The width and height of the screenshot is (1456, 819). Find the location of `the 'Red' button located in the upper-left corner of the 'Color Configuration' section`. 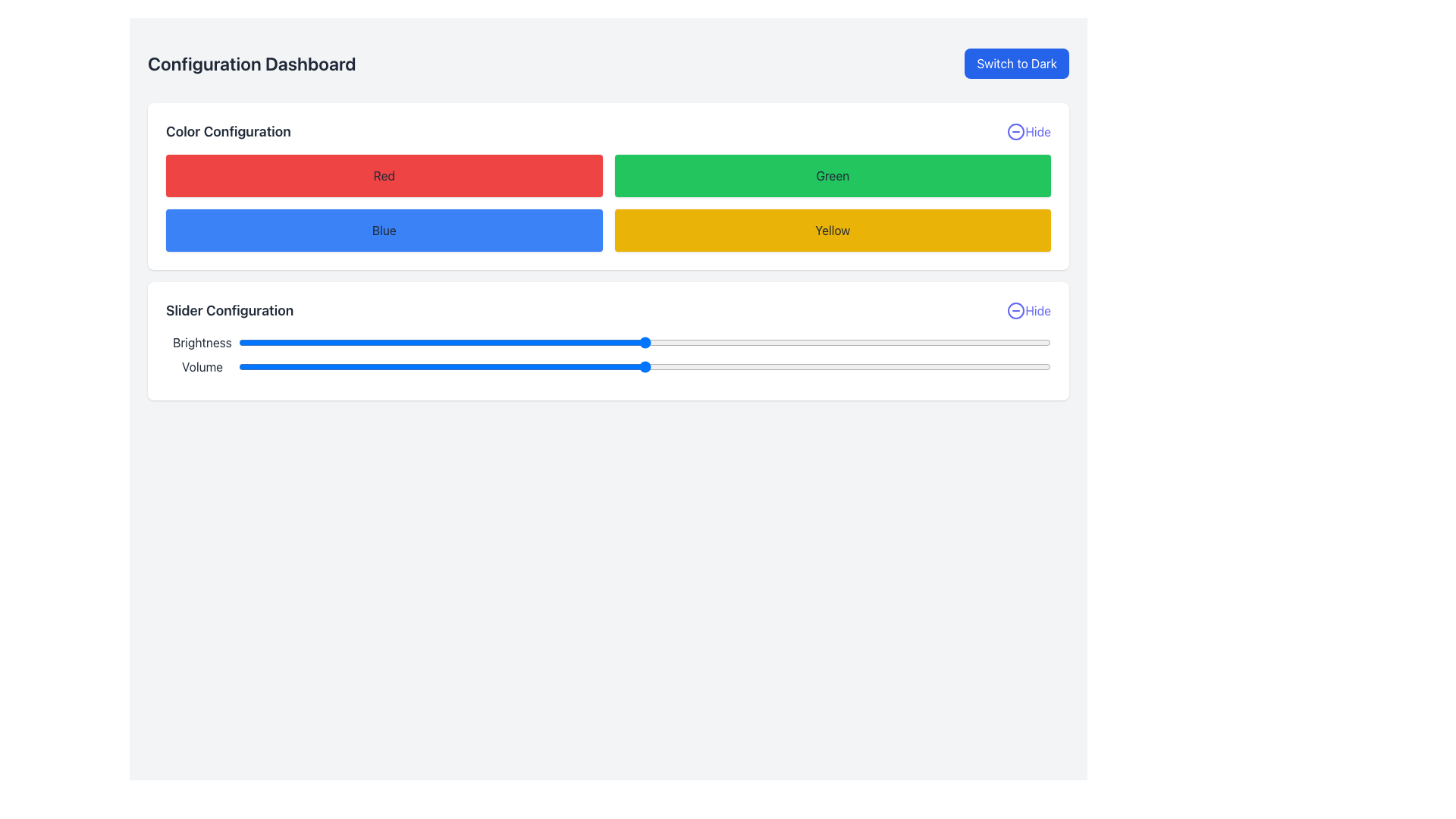

the 'Red' button located in the upper-left corner of the 'Color Configuration' section is located at coordinates (384, 174).